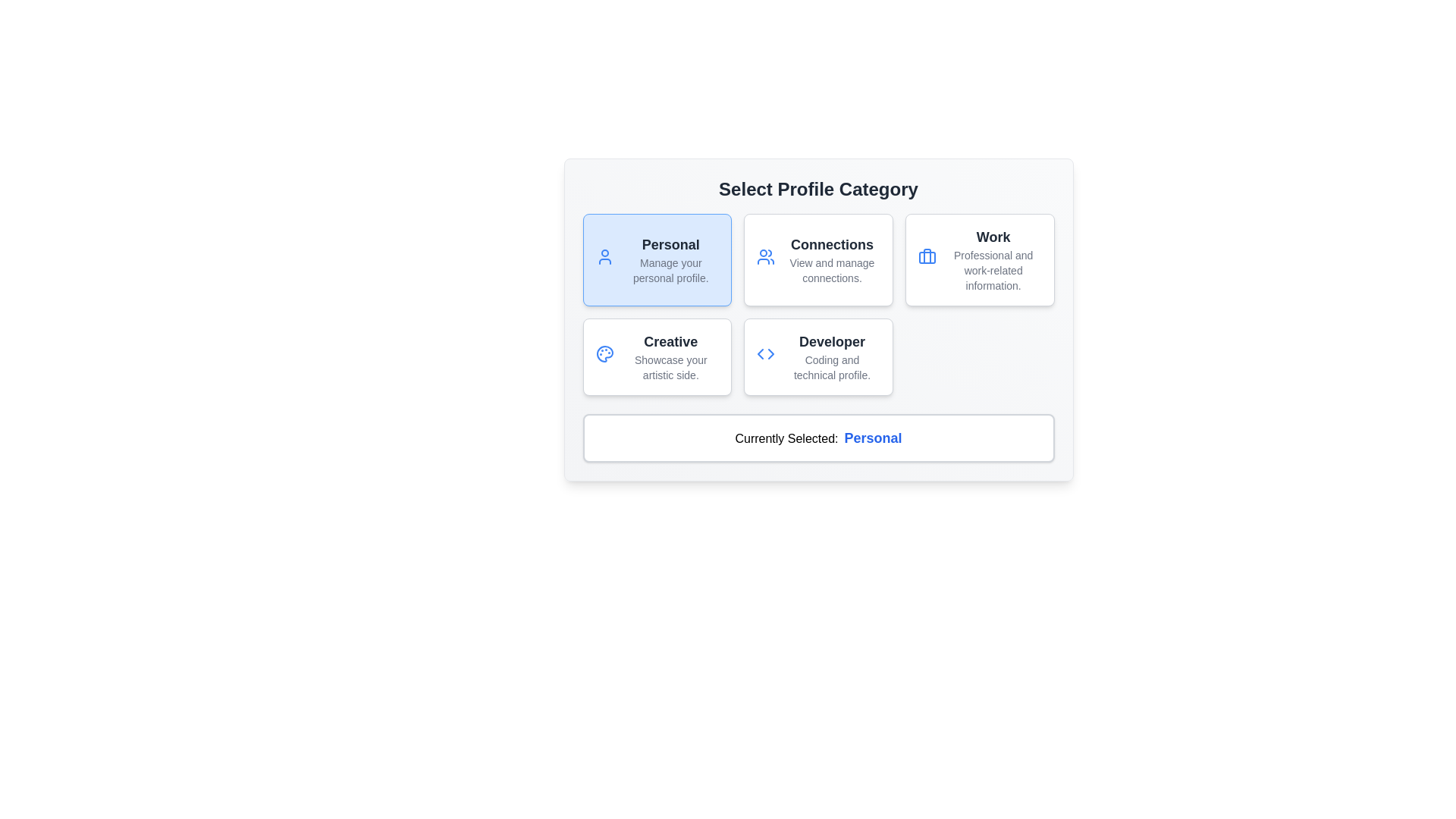  I want to click on the programming icon representing the 'Developer: Coding and technical profile', which features two triangular arrows and is located to the right of the 'Creative' profile, so click(766, 353).